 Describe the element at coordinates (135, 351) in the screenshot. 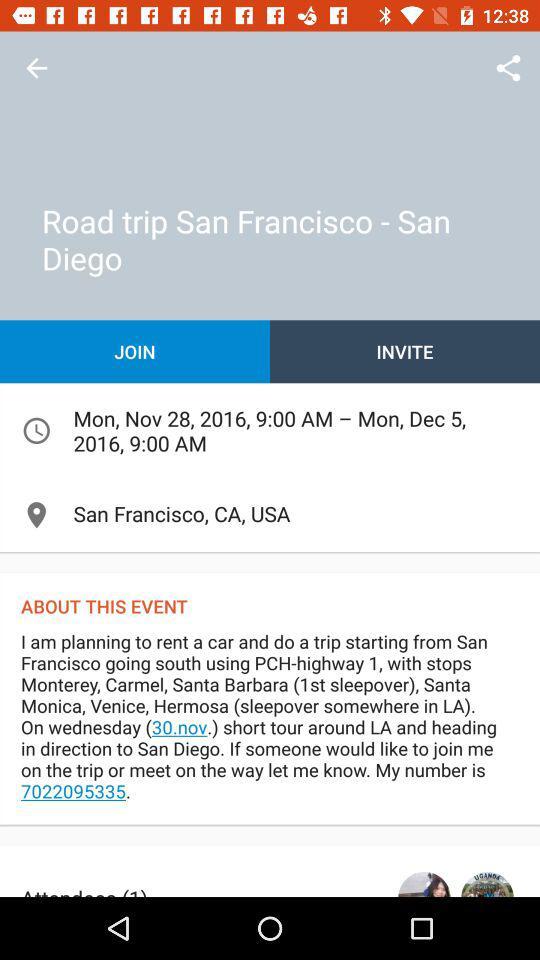

I see `join icon` at that location.